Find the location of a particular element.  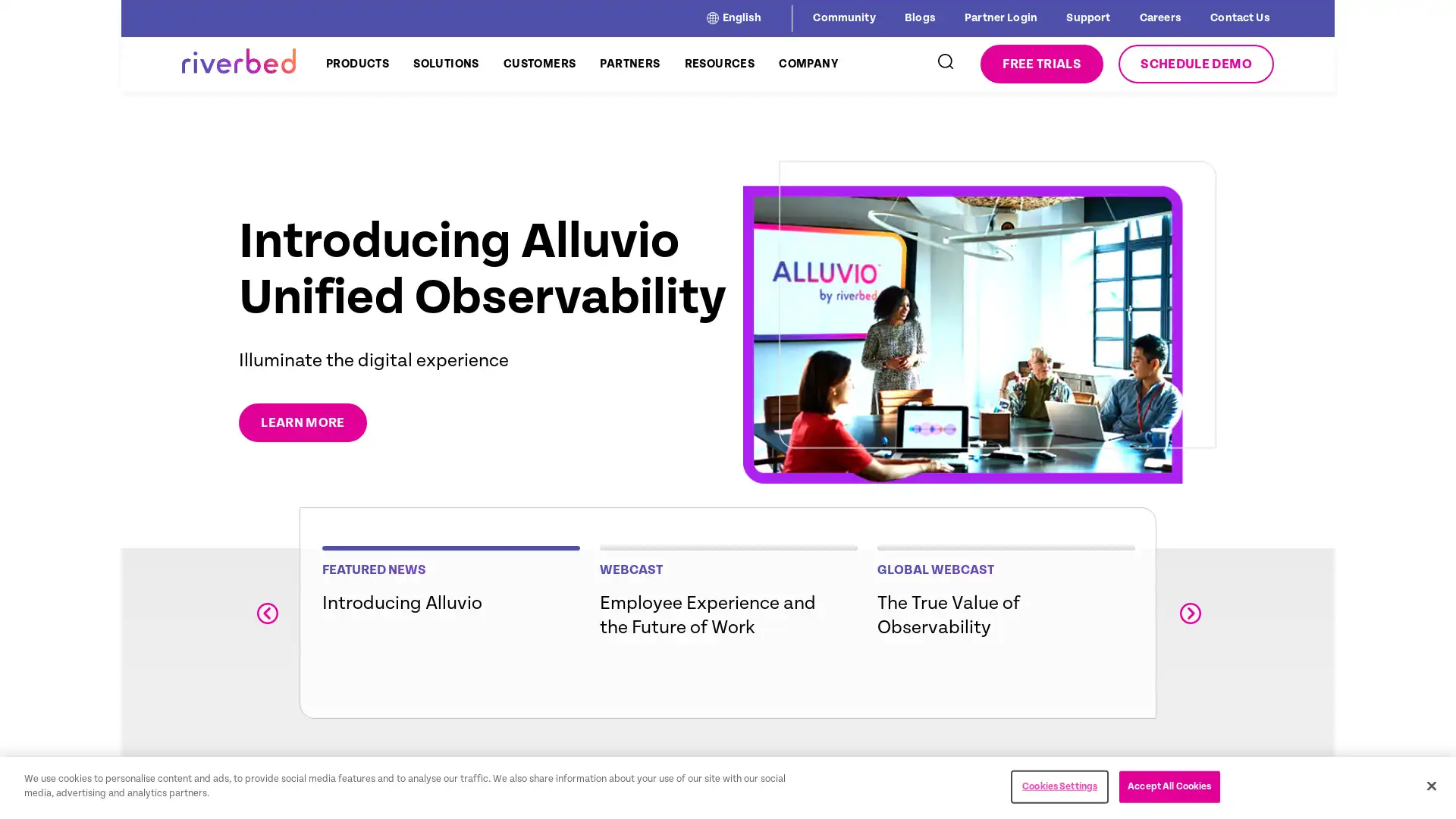

Search is located at coordinates (944, 63).